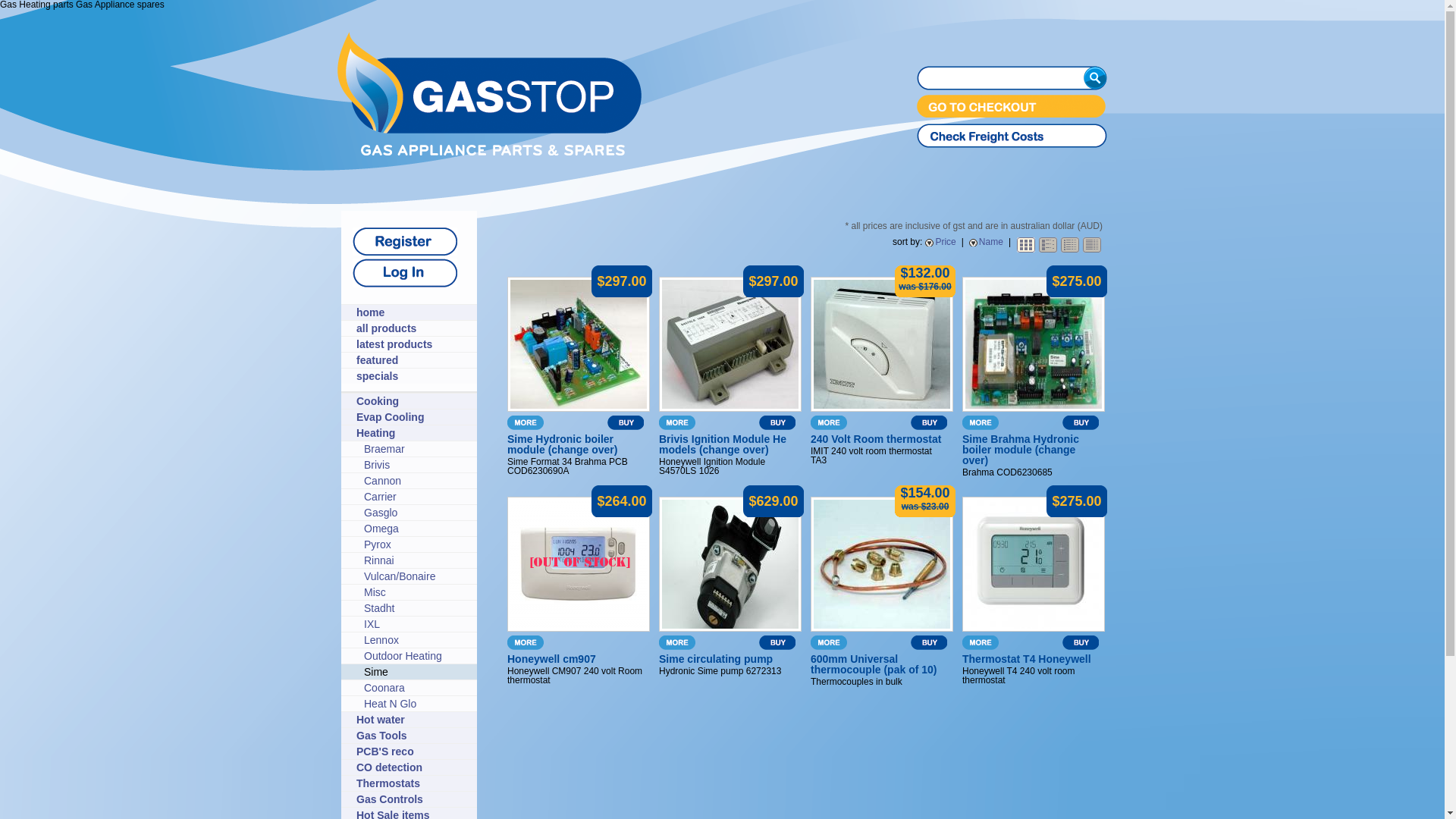 This screenshot has height=819, width=1456. I want to click on 'Rinnai', so click(416, 560).